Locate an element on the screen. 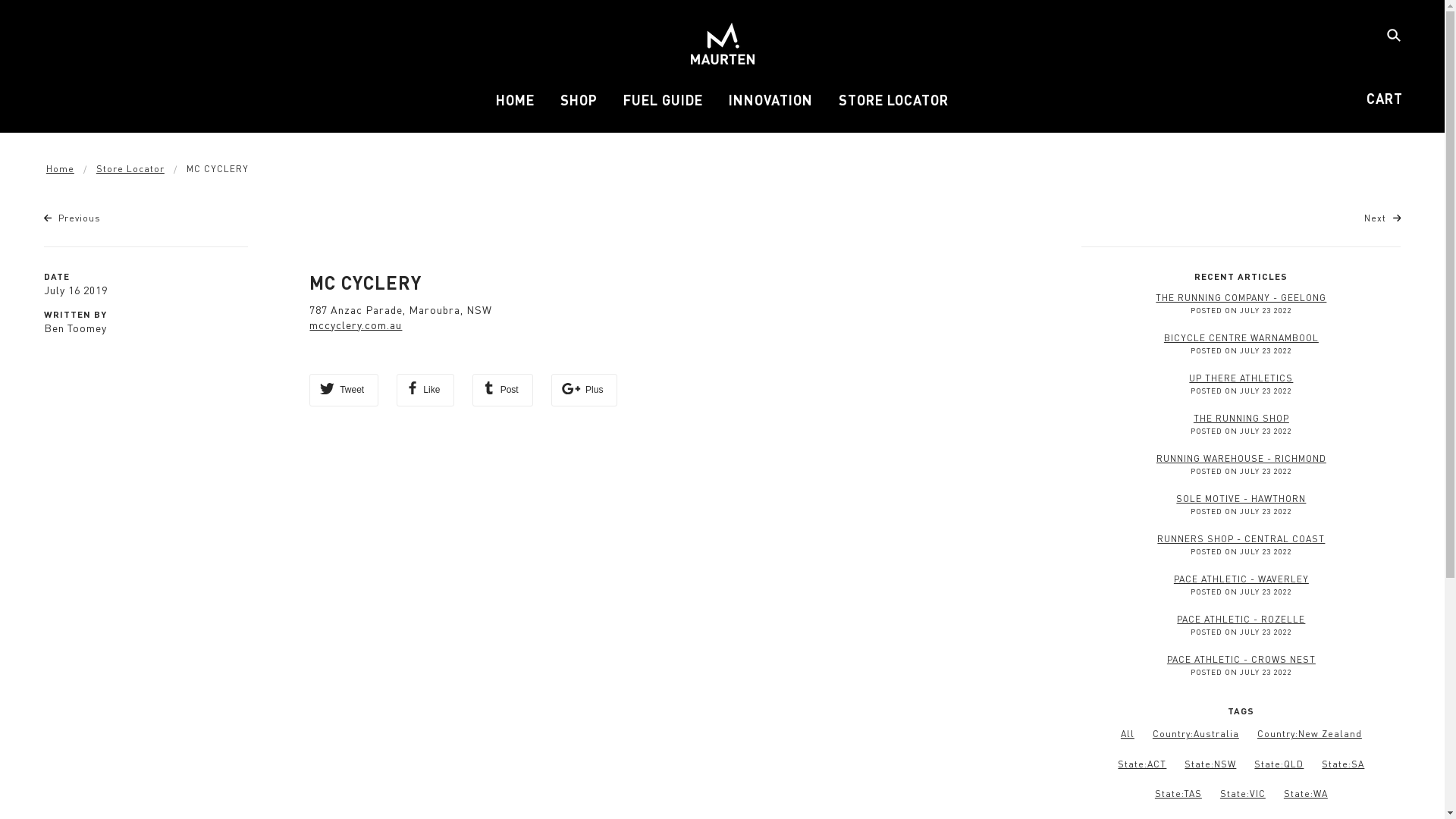  'CART' is located at coordinates (1384, 99).